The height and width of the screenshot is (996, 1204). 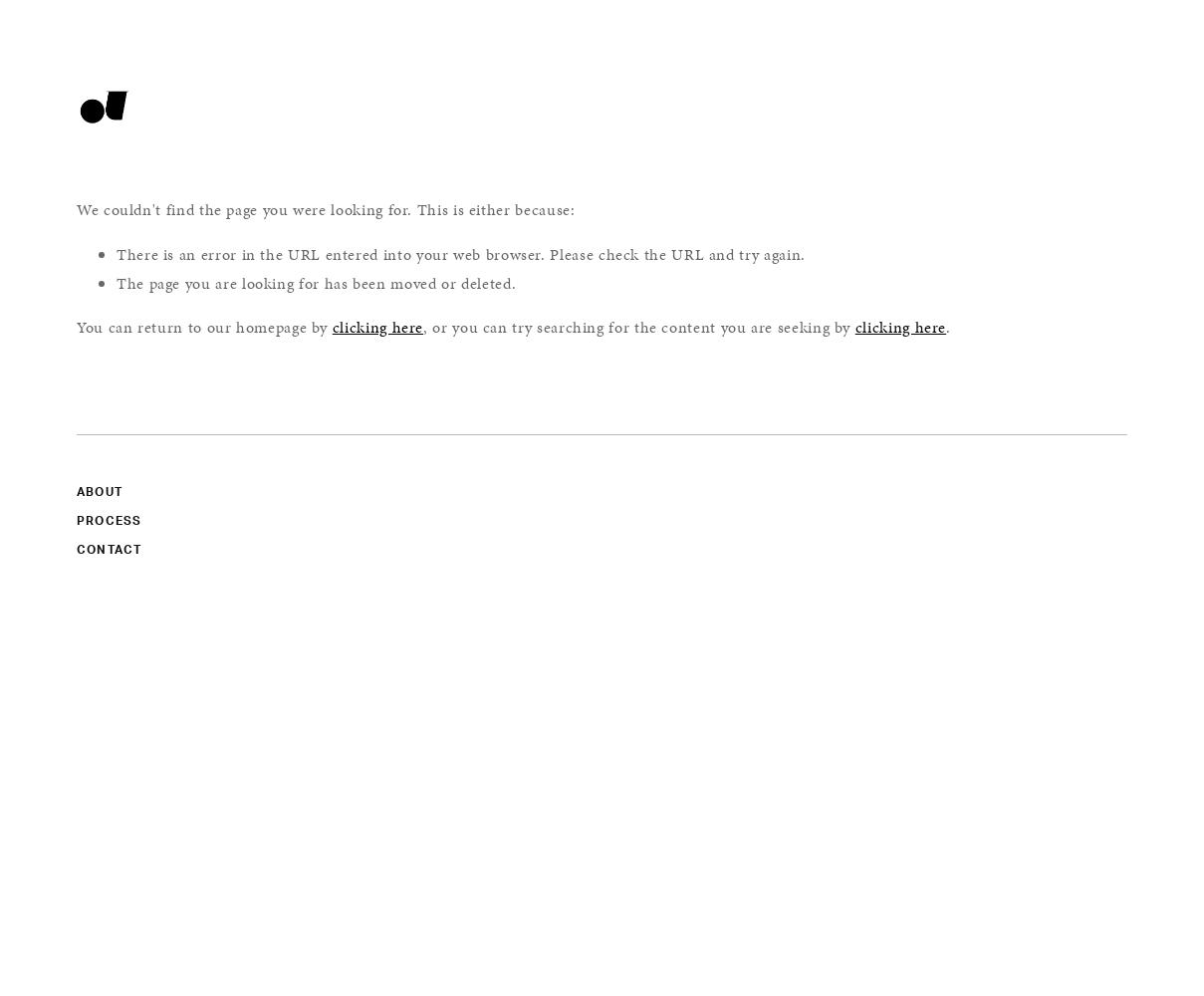 What do you see at coordinates (460, 253) in the screenshot?
I see `'There is an error in the URL entered into your web browser. Please check the URL and try again.'` at bounding box center [460, 253].